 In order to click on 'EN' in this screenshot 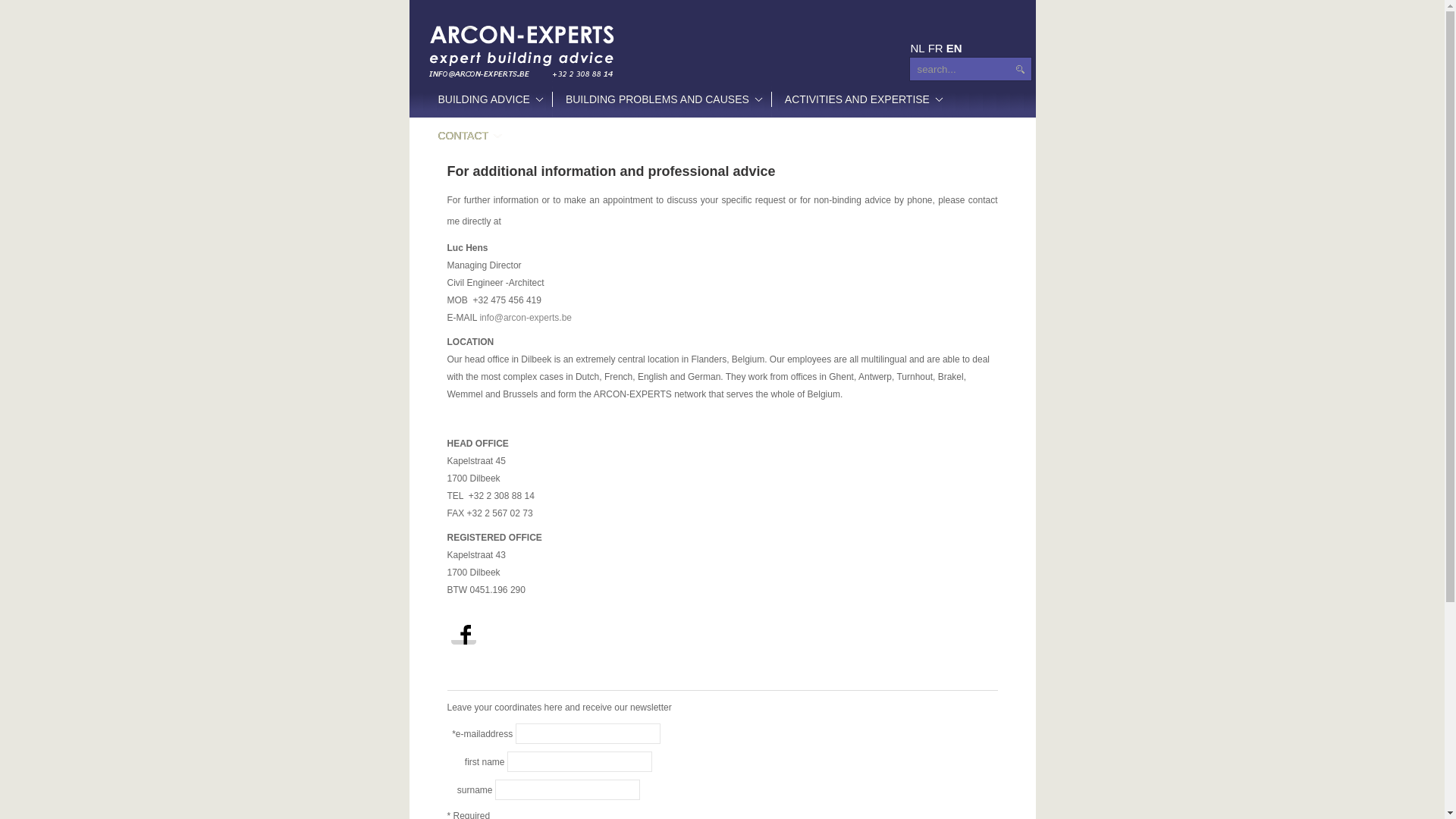, I will do `click(946, 47)`.